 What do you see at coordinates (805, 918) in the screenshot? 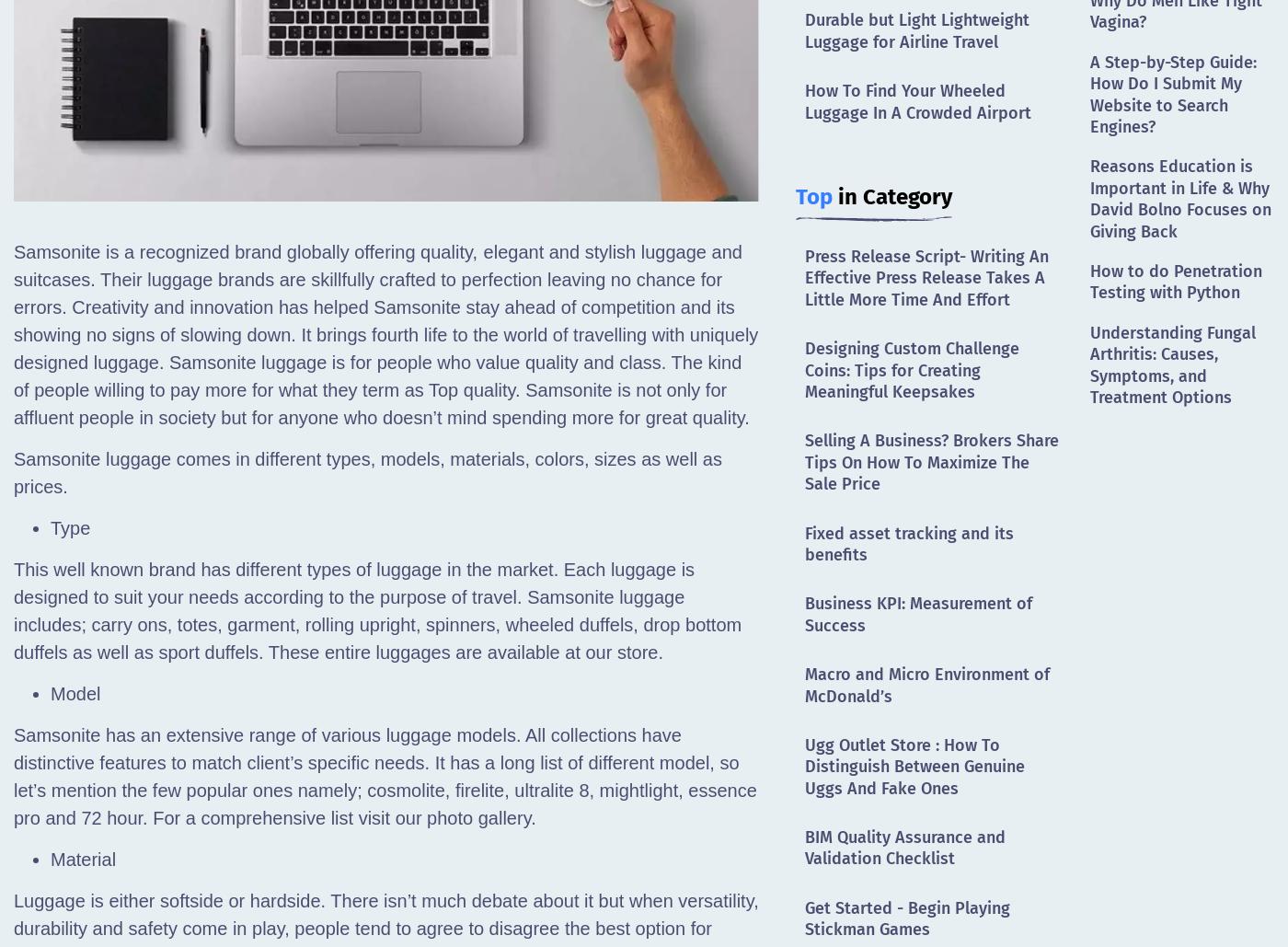
I see `'Get Started - Begin Playing Stickman Games'` at bounding box center [805, 918].